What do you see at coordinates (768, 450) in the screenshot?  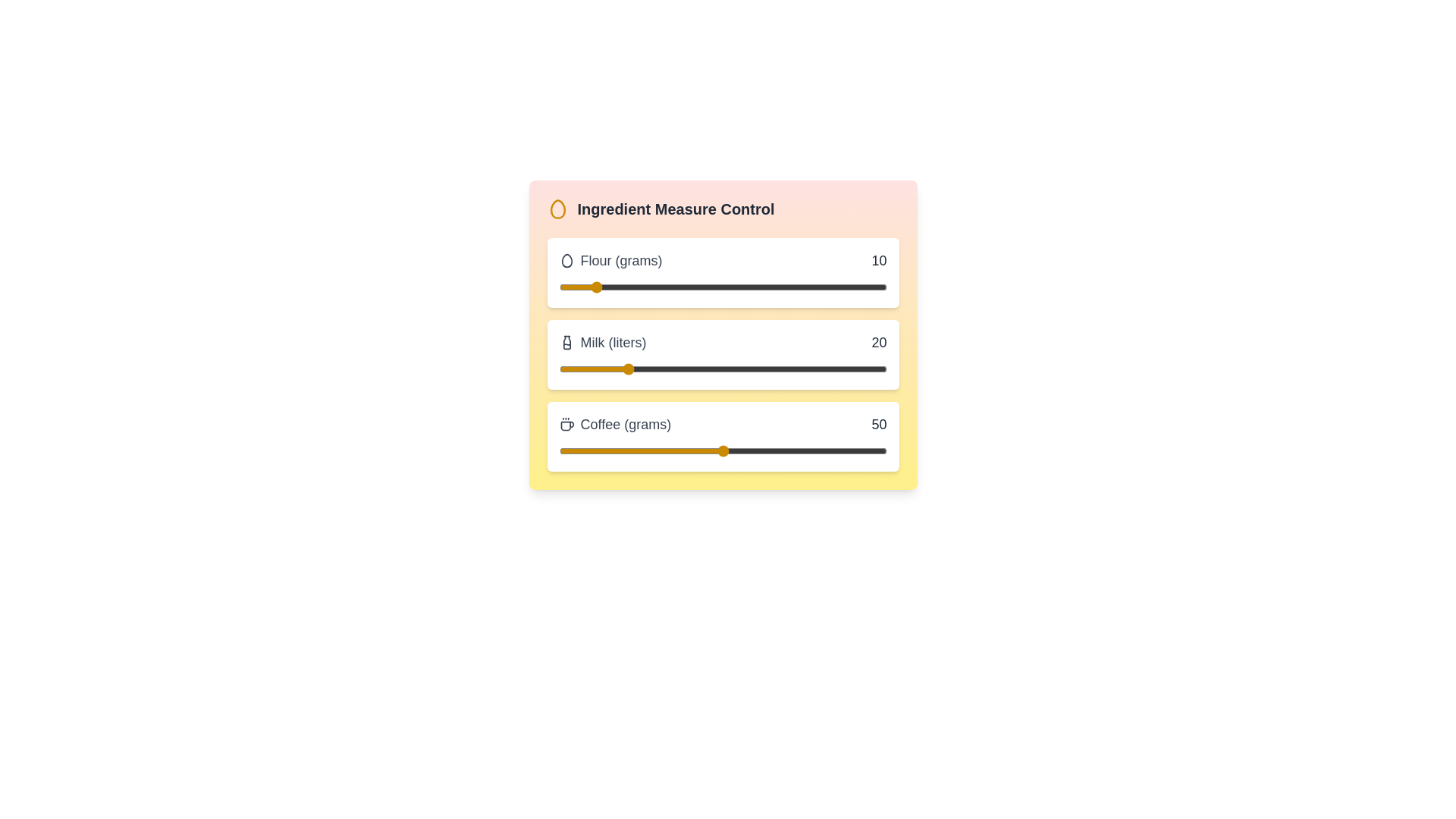 I see `the coffee amount` at bounding box center [768, 450].